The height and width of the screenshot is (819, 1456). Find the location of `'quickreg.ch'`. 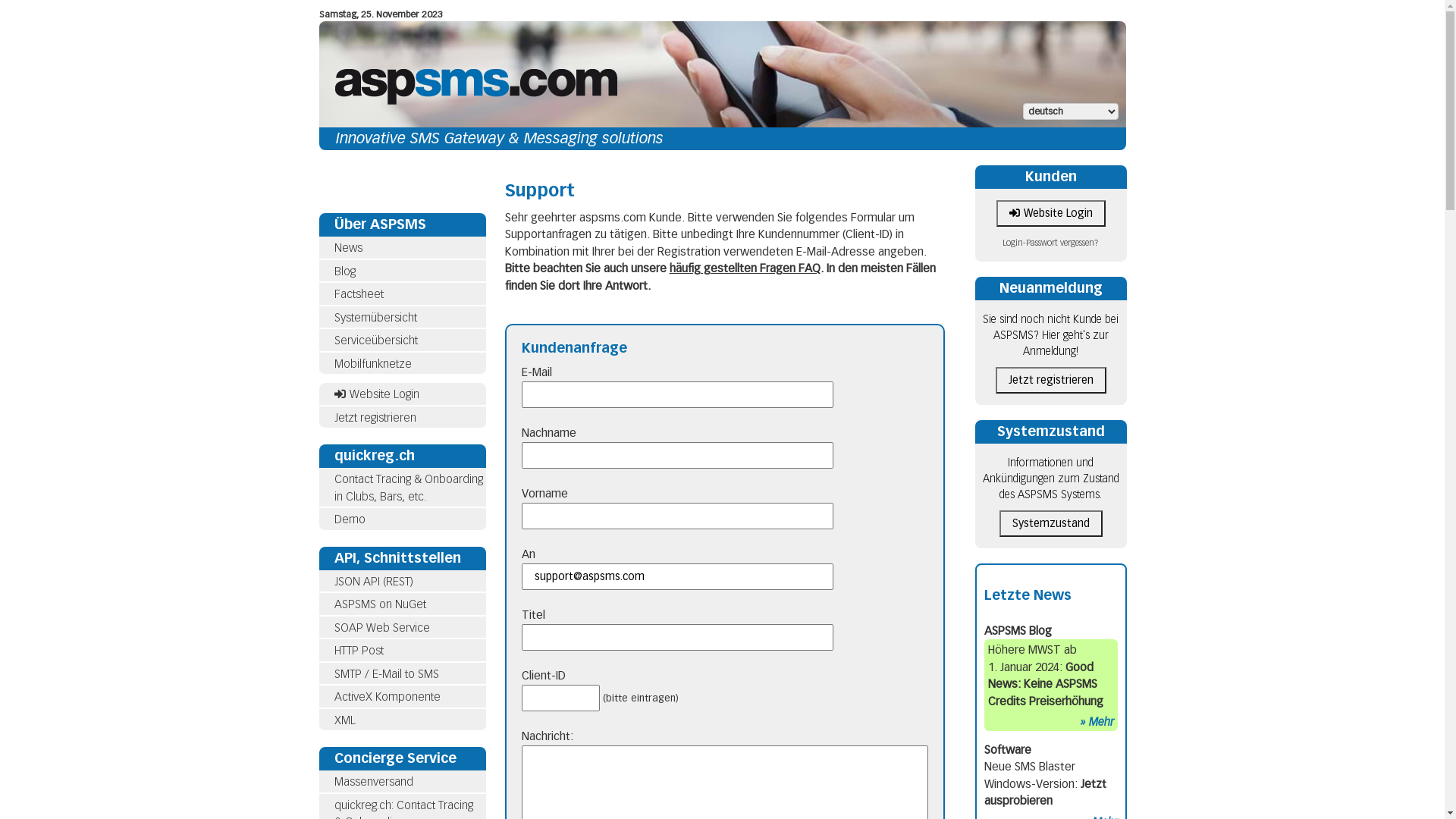

'quickreg.ch' is located at coordinates (401, 455).